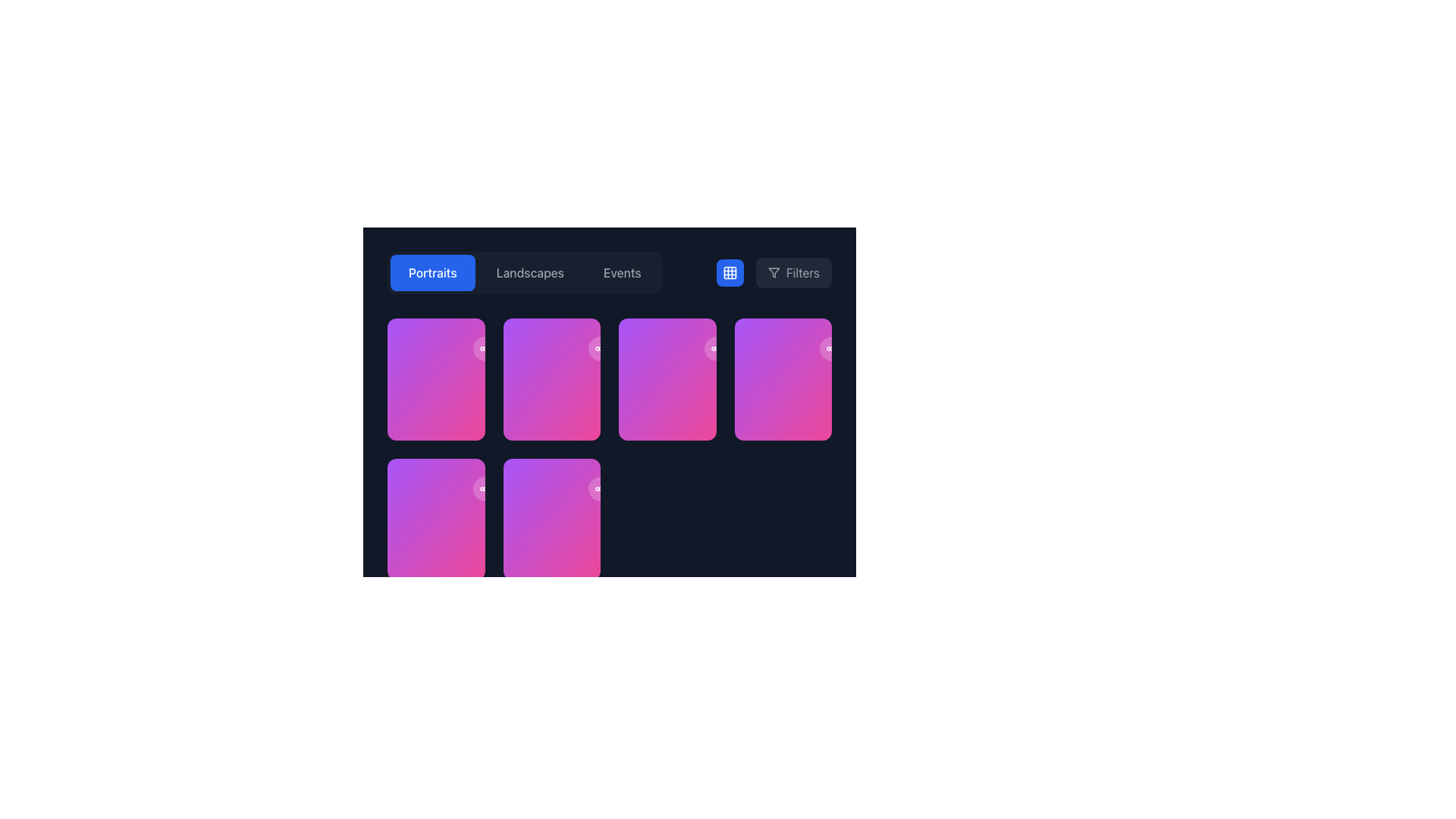 The width and height of the screenshot is (1456, 819). Describe the element at coordinates (667, 378) in the screenshot. I see `the vibrant gradient card labeled 'Fashion Editorial' located in the second row and fourth column of the grid layout` at that location.